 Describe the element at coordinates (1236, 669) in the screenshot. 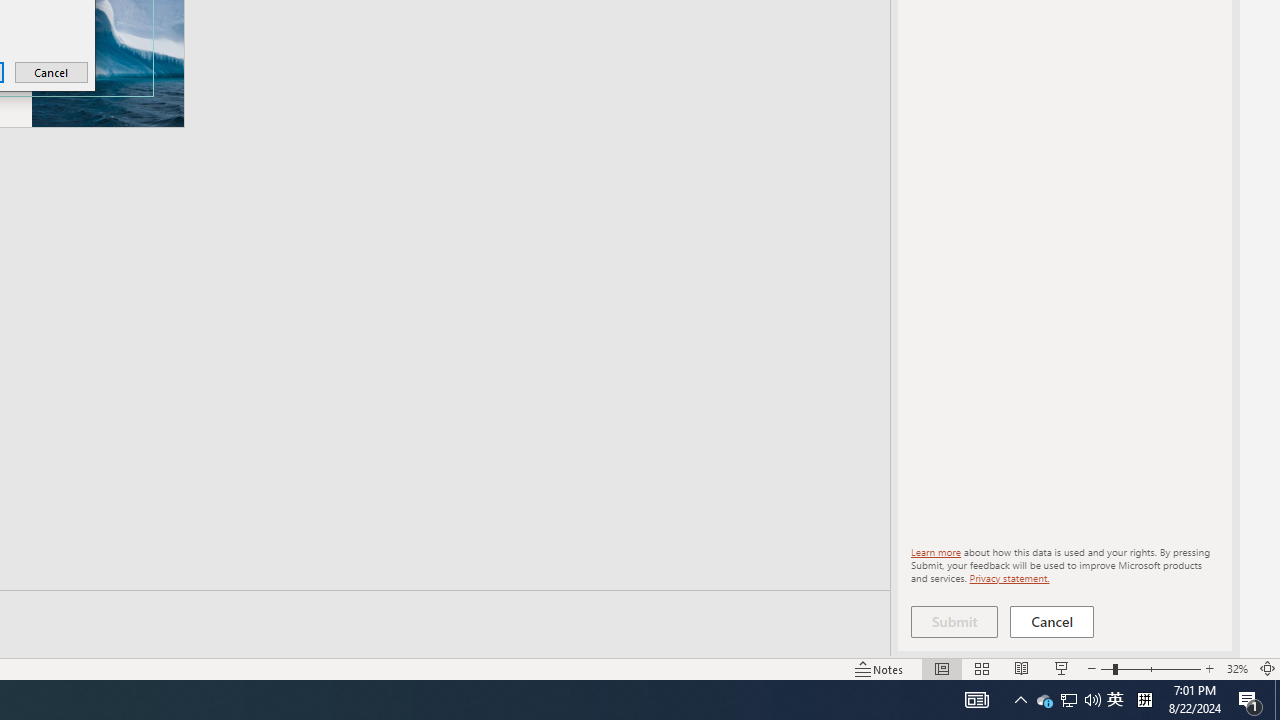

I see `'Zoom 32%'` at that location.